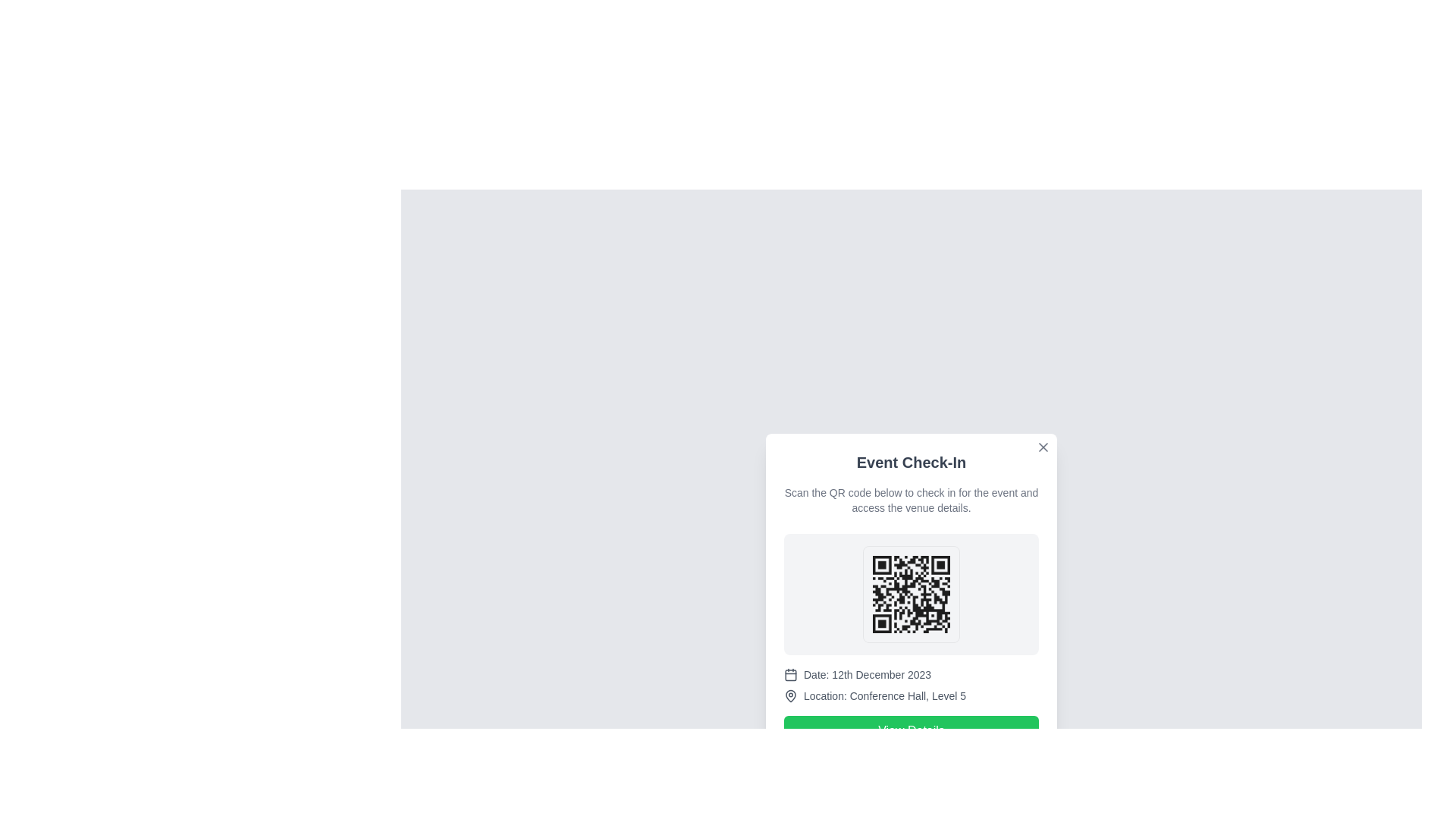 This screenshot has width=1456, height=819. What do you see at coordinates (884, 696) in the screenshot?
I see `text element displaying the venue details for the event, located to the right of the location pin icon, centrally positioned below the date information and above the action button` at bounding box center [884, 696].